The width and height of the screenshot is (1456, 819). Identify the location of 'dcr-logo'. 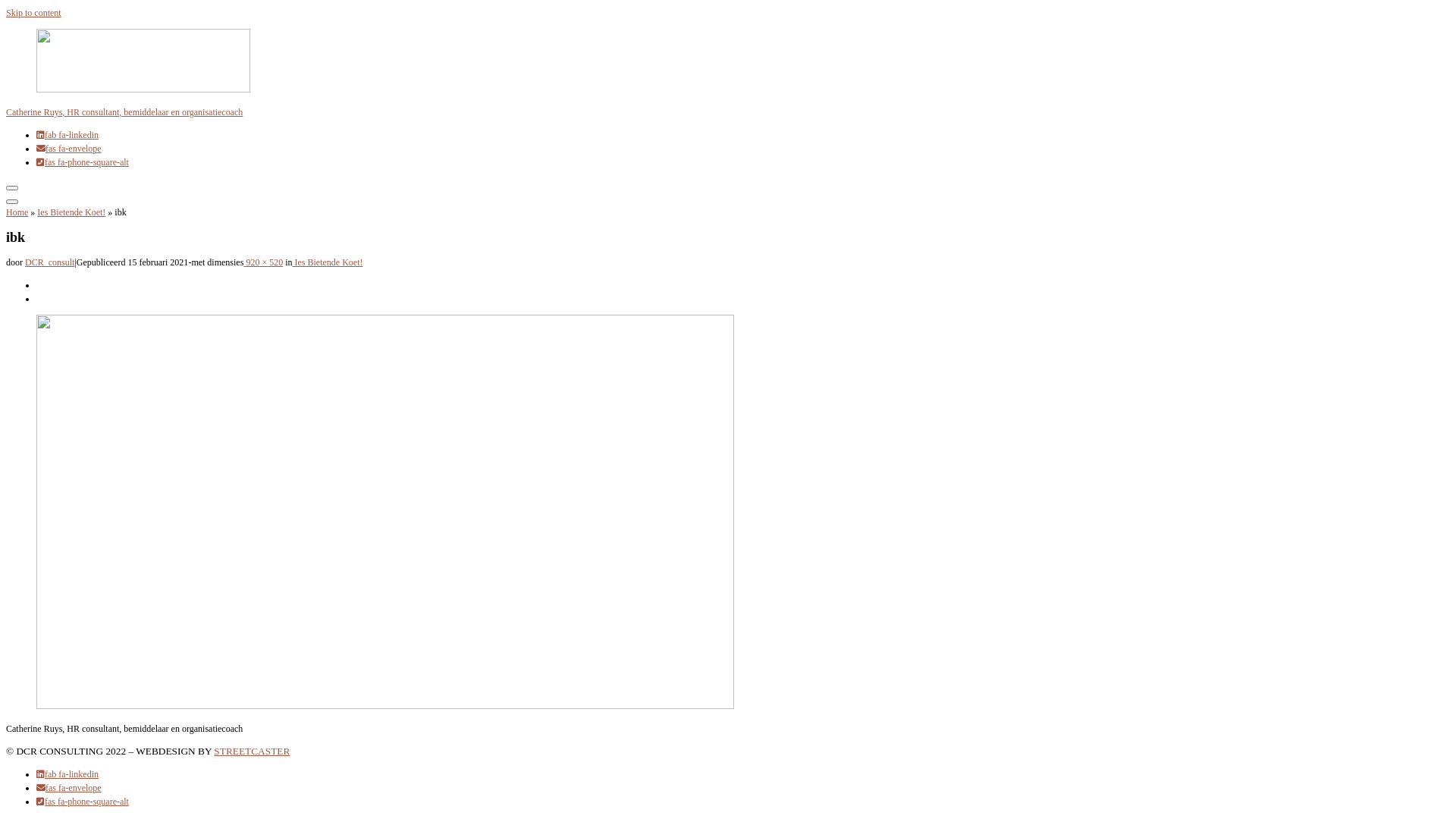
(728, 61).